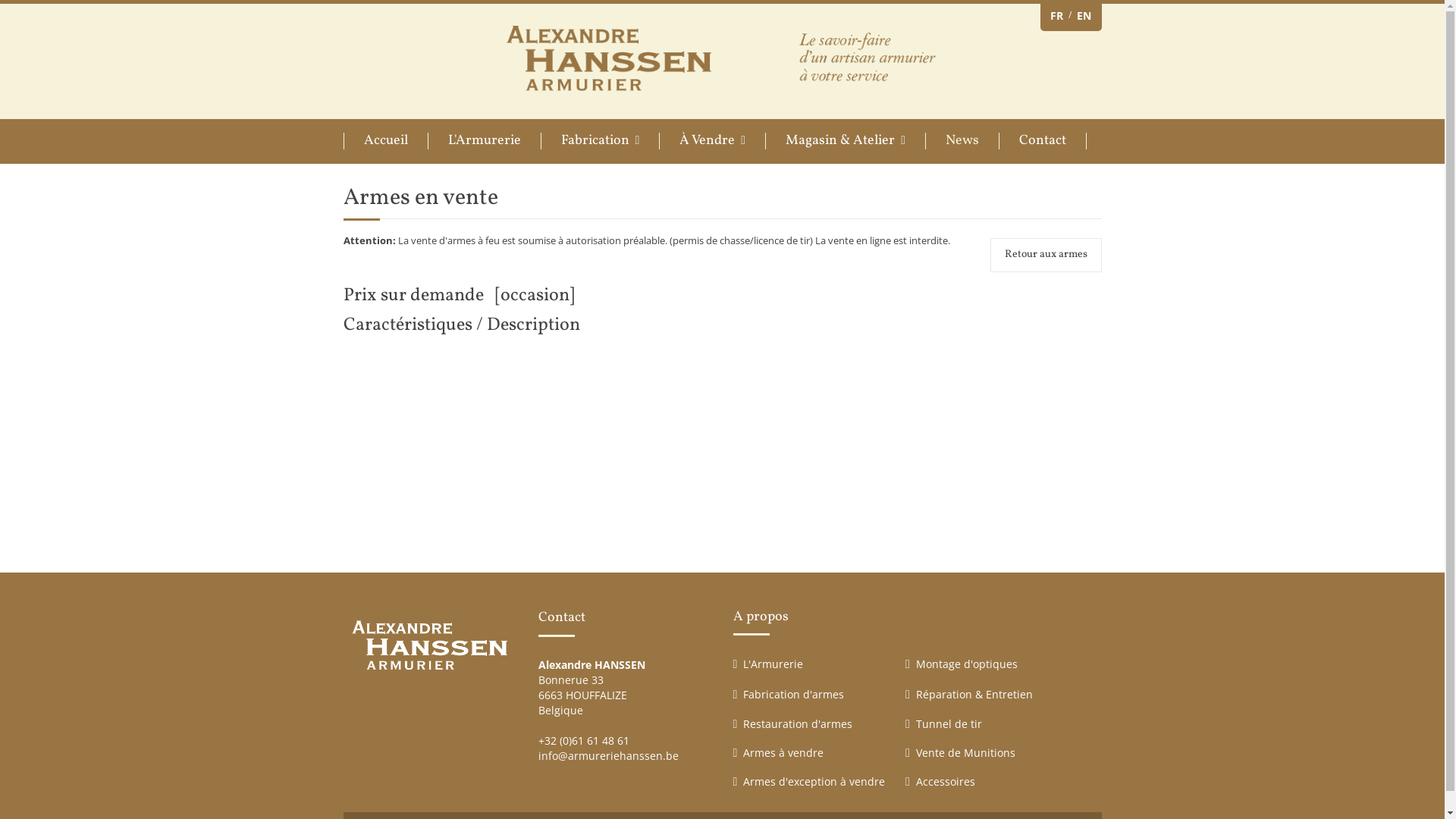 Image resolution: width=1456 pixels, height=819 pixels. I want to click on 'Accueil', so click(341, 140).